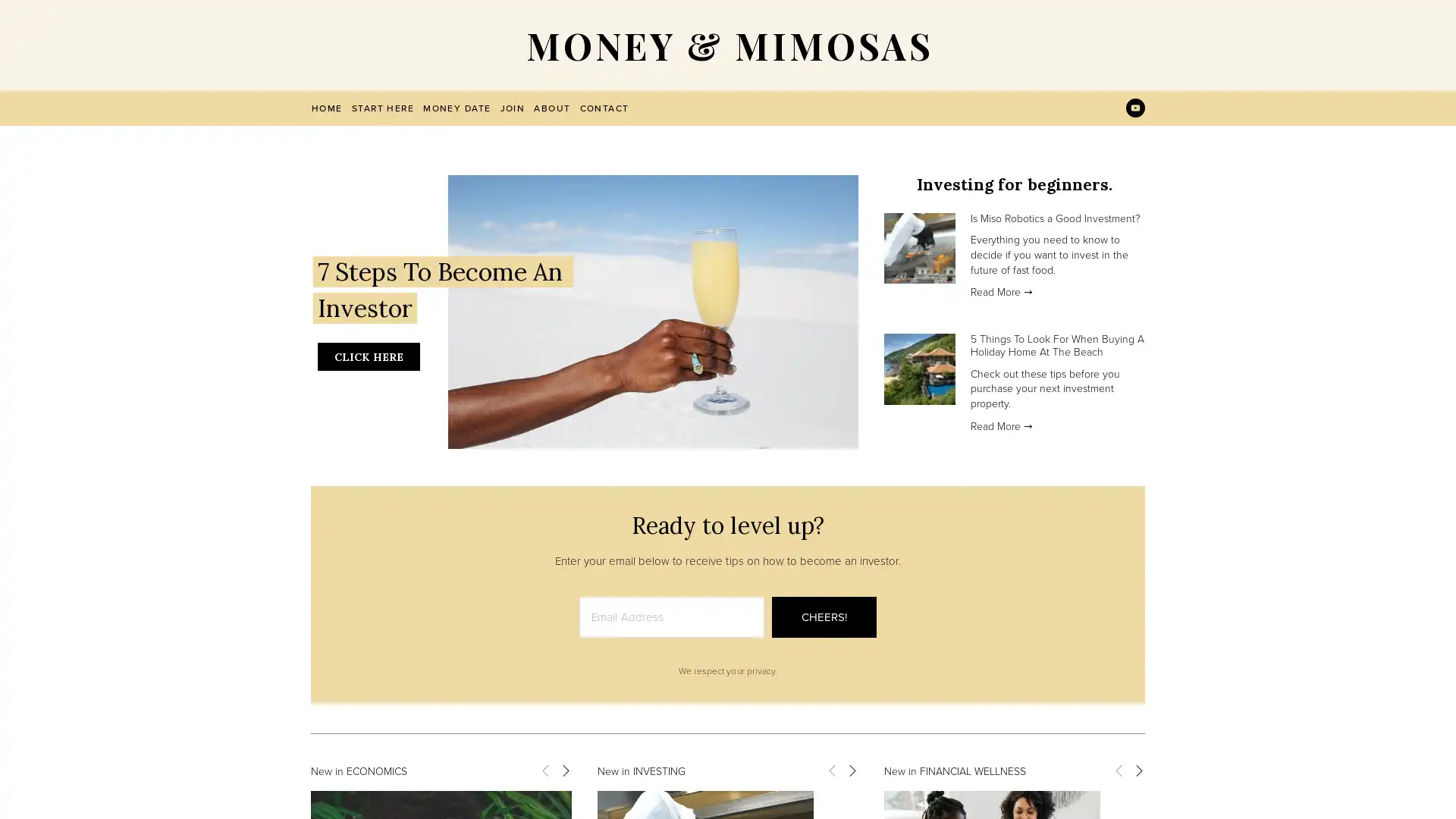  Describe the element at coordinates (545, 769) in the screenshot. I see `Previous` at that location.